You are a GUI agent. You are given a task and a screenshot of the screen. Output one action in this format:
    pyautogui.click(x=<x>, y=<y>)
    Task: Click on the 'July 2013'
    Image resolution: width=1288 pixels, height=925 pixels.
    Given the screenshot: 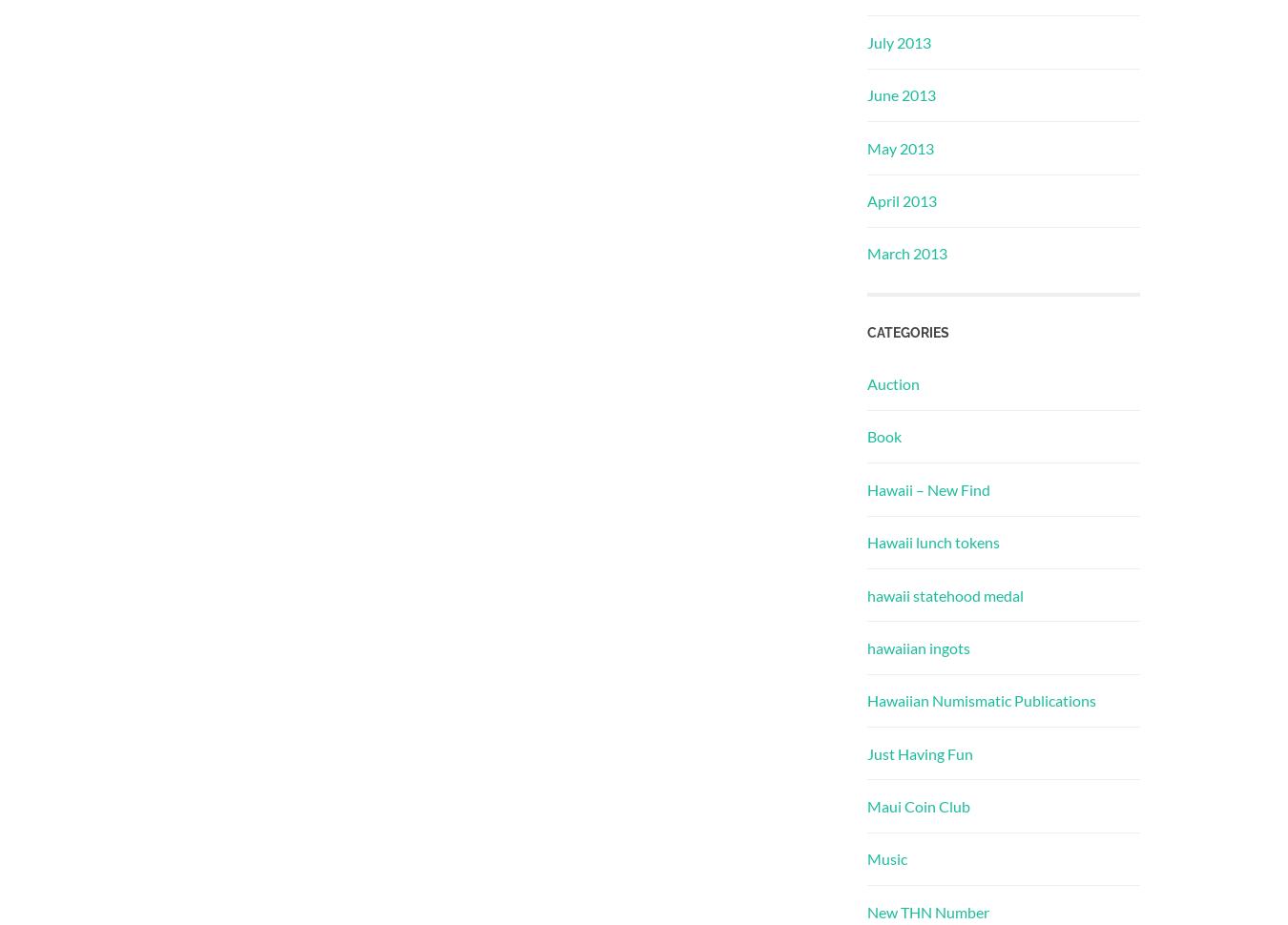 What is the action you would take?
    pyautogui.click(x=898, y=41)
    